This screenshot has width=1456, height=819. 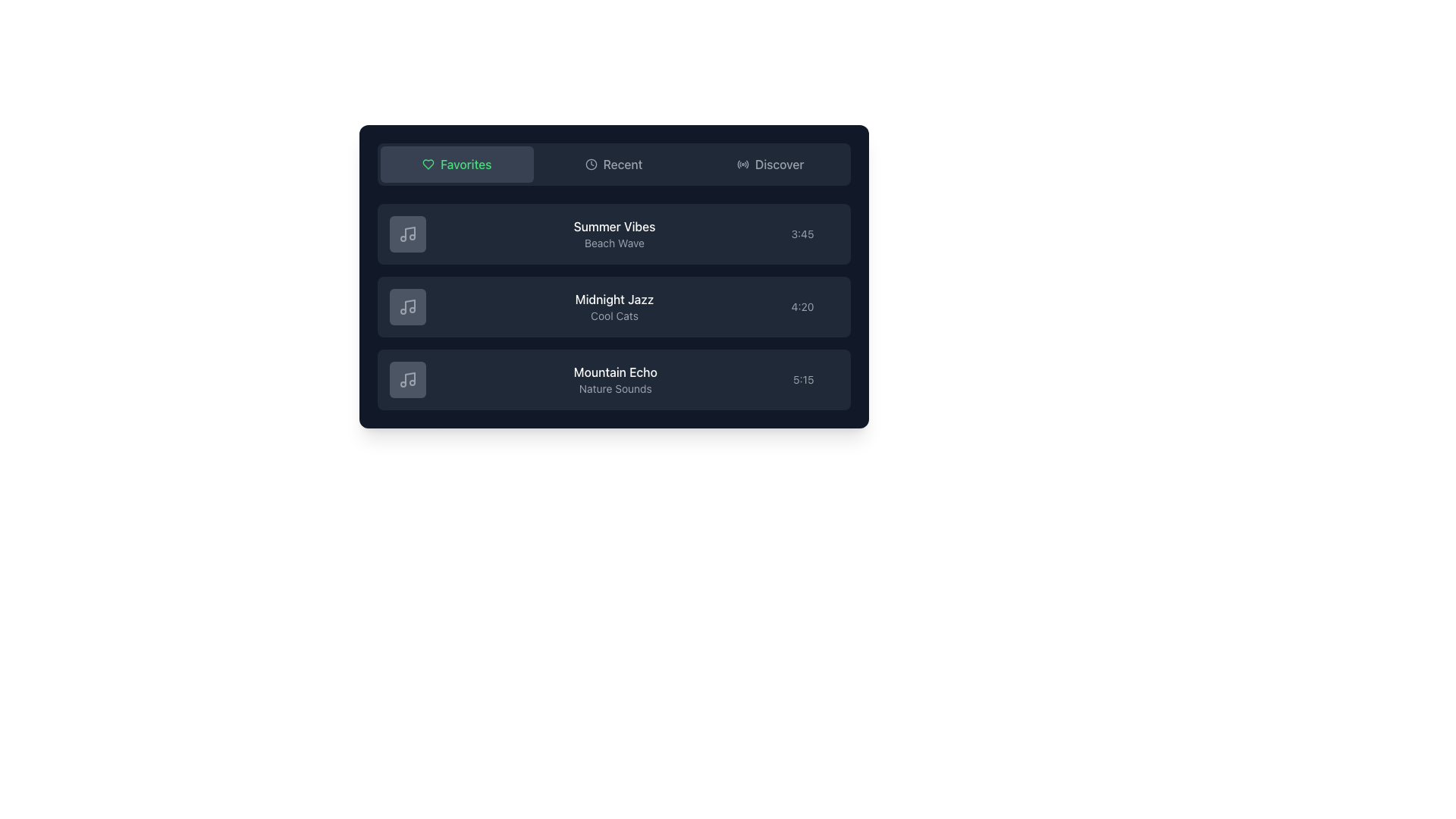 I want to click on the second list item representing a music track, which includes a small gray icon, bold white track name, a gray subtitle, and a timestamp, so click(x=613, y=307).